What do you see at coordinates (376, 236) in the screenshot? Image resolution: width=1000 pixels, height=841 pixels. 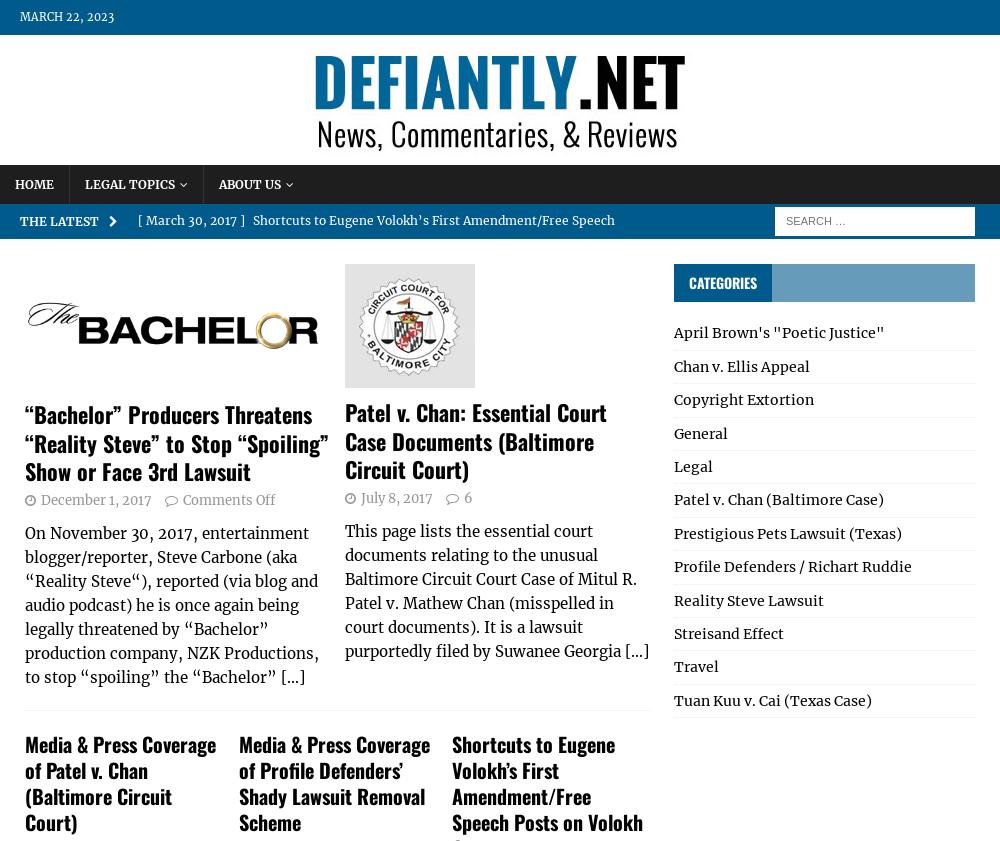 I see `'Shortcuts to Eugene Volokh’s First Amendment/Free Speech Posts on Volokh Conspiracy'` at bounding box center [376, 236].